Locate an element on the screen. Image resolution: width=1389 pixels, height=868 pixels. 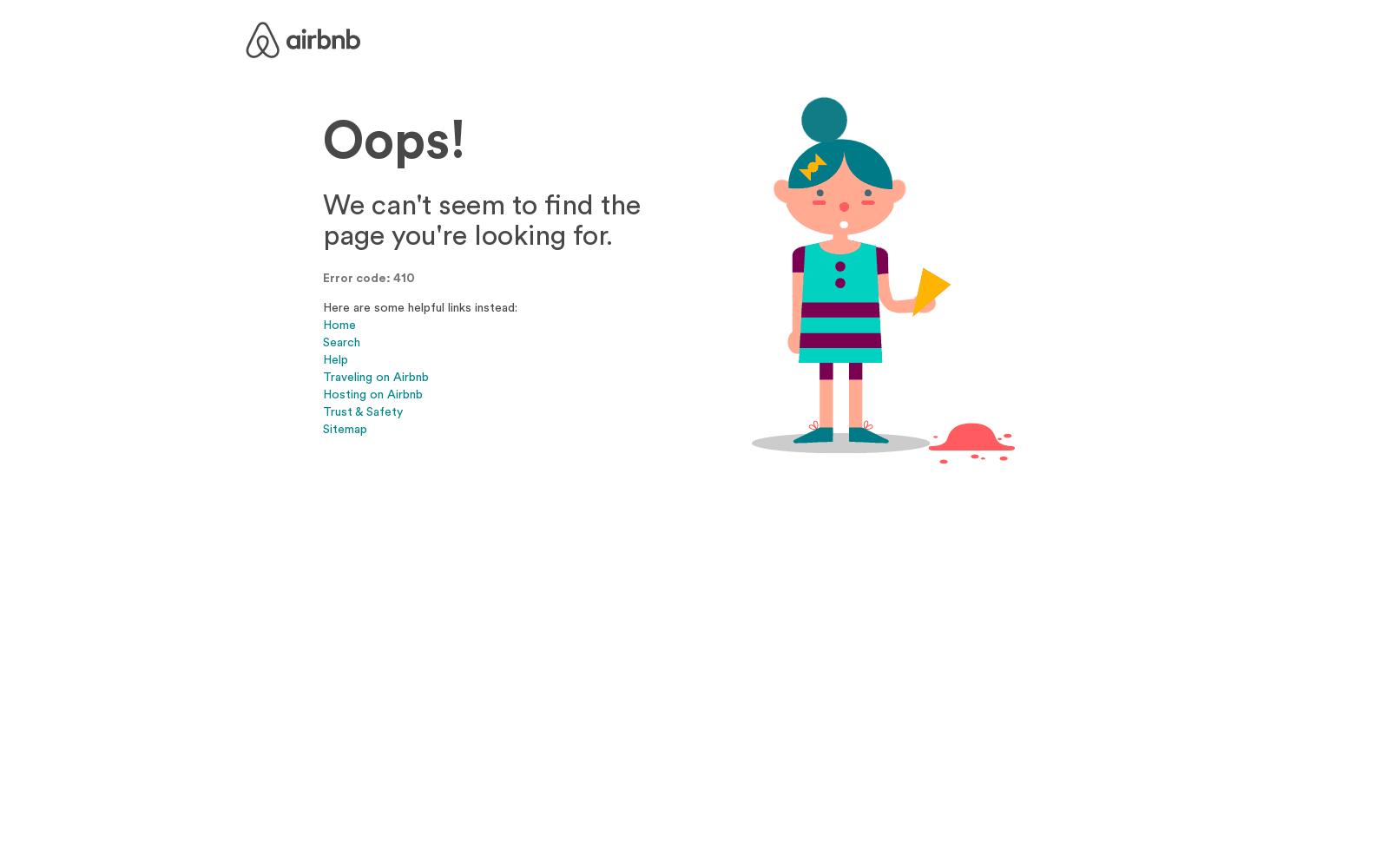
'Traveling on Airbnb' is located at coordinates (374, 376).